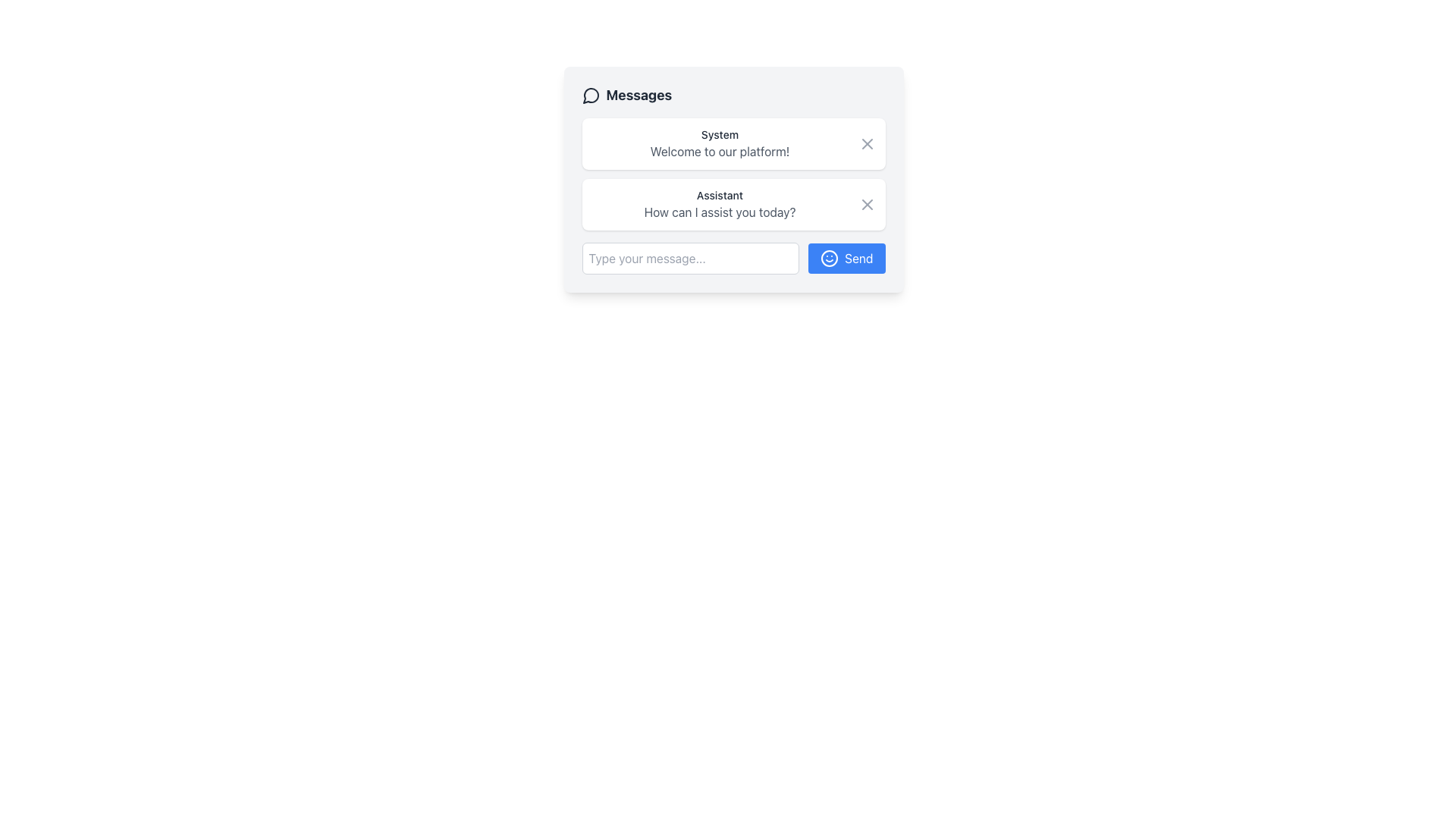  Describe the element at coordinates (867, 205) in the screenshot. I see `the dismiss button located at the far right of the message card containing the text 'Assistant How can I assist you today?'` at that location.